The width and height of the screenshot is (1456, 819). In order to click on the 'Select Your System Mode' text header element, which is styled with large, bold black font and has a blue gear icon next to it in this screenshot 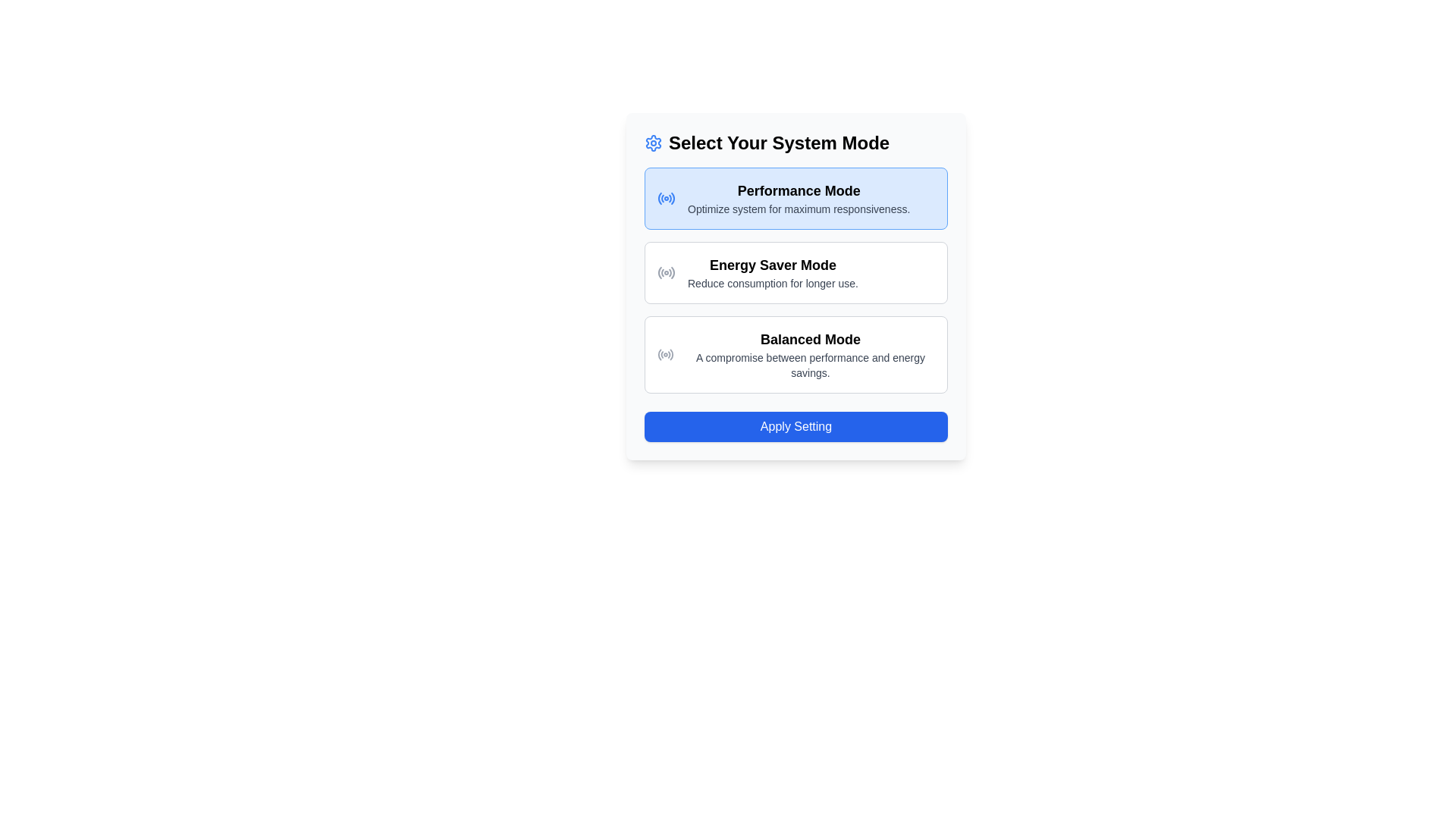, I will do `click(795, 143)`.